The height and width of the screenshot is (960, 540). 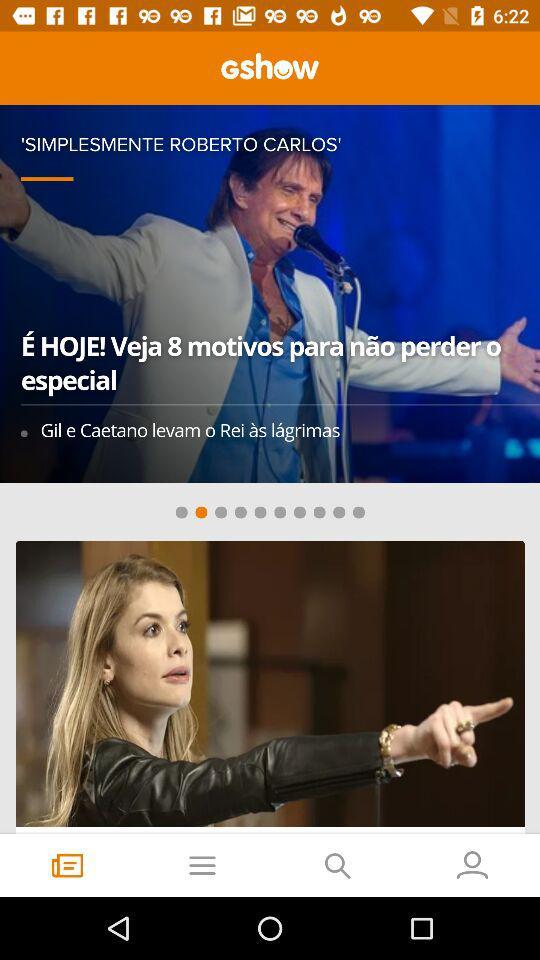 What do you see at coordinates (270, 68) in the screenshot?
I see `the sliders icon` at bounding box center [270, 68].